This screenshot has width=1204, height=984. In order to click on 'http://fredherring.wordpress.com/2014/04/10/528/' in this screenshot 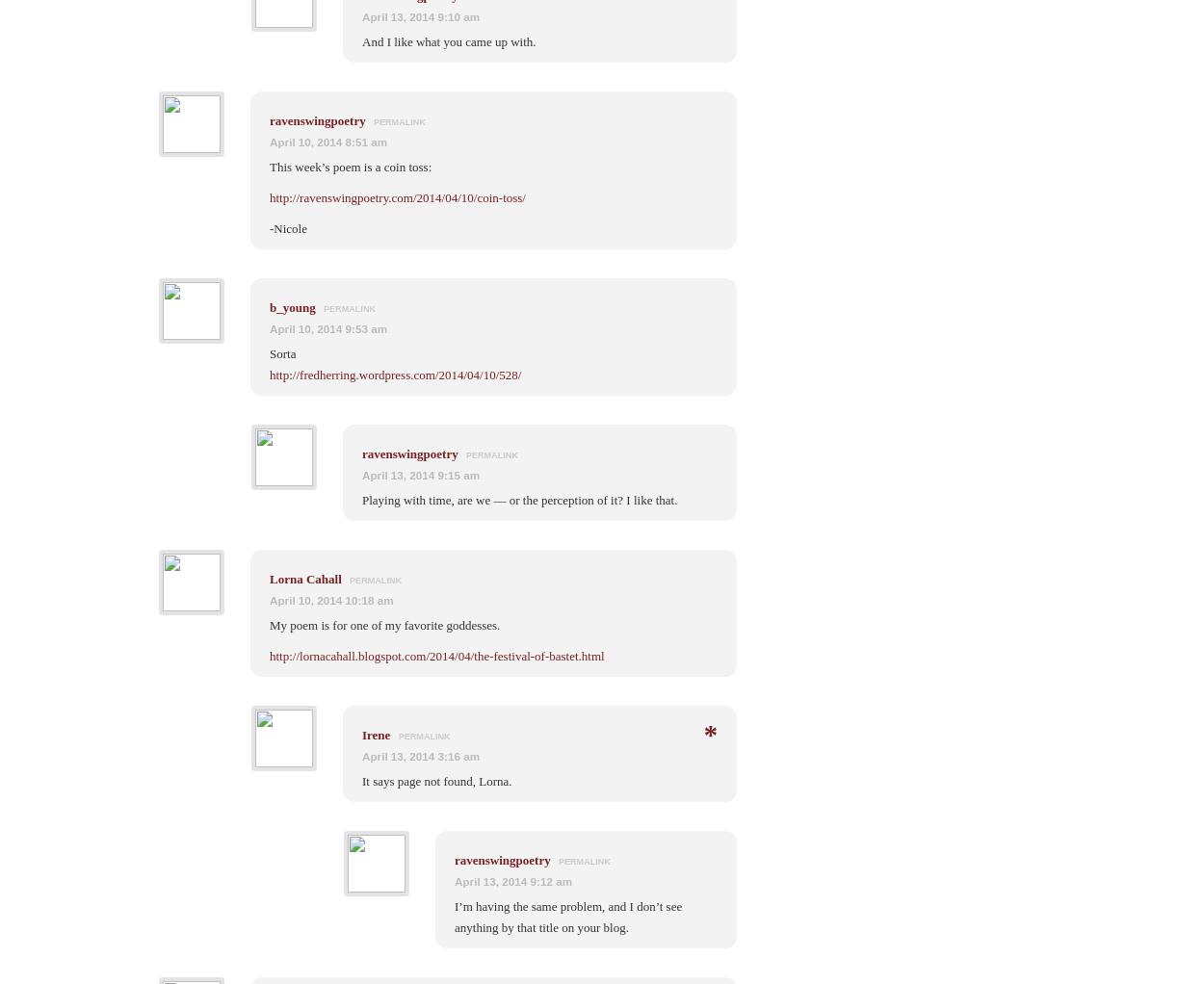, I will do `click(395, 373)`.